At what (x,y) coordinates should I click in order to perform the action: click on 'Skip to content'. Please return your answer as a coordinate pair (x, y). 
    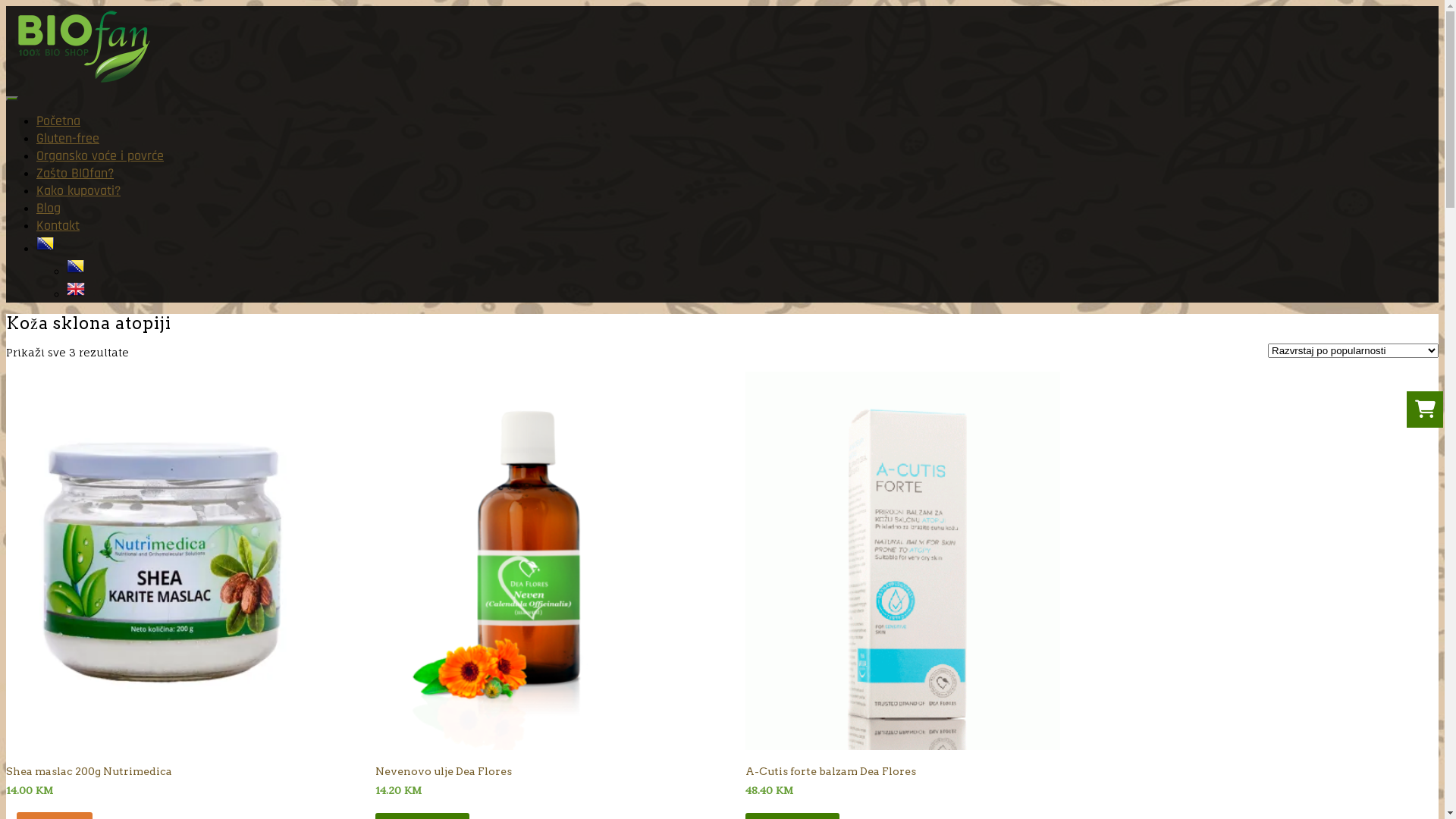
    Looking at the image, I should click on (5, 5).